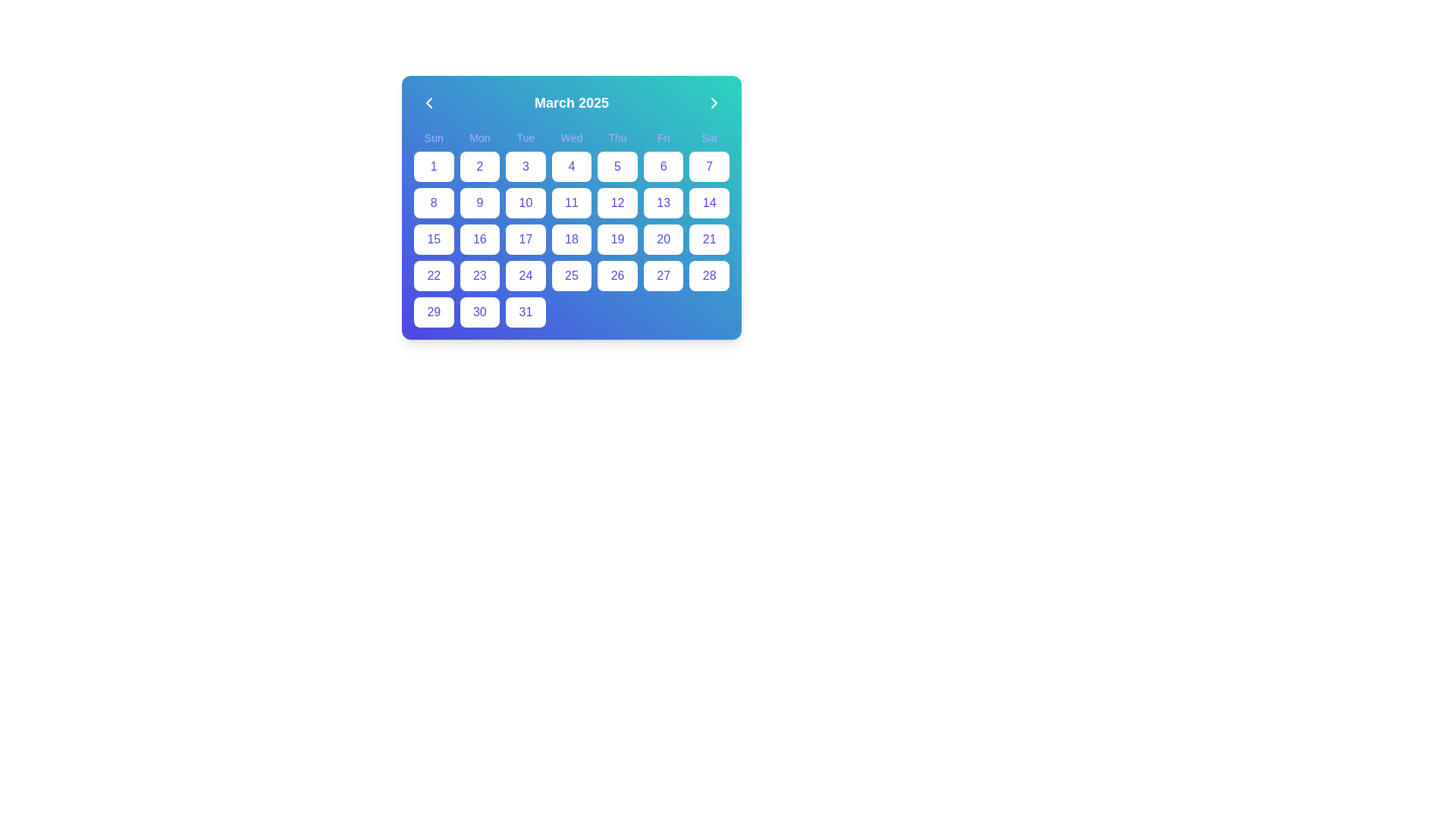  What do you see at coordinates (570, 239) in the screenshot?
I see `the interactive date button representing March 18, 2025, in the calendar` at bounding box center [570, 239].